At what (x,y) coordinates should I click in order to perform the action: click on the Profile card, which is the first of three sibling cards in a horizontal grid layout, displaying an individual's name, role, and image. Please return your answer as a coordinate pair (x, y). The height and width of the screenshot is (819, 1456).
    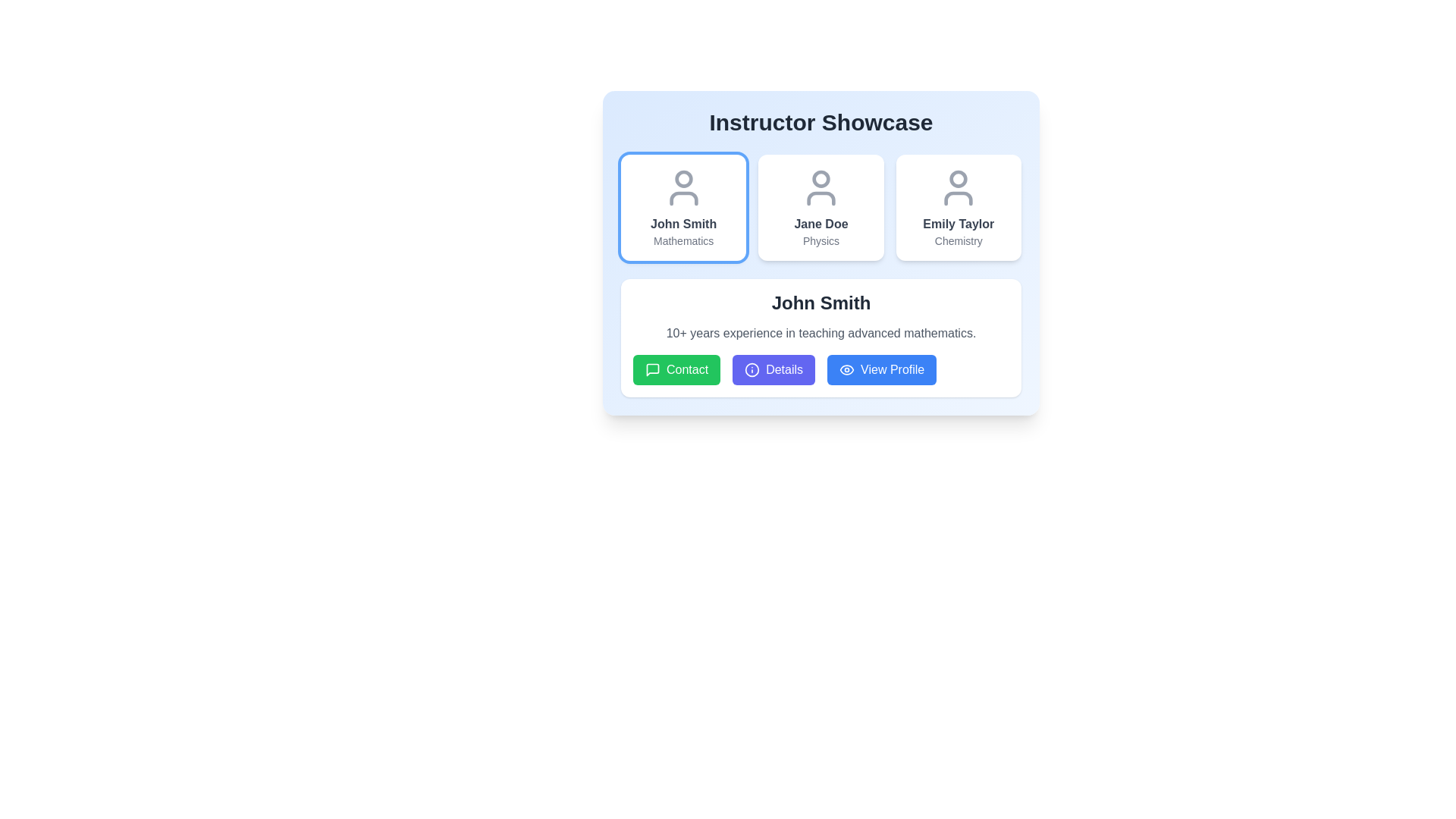
    Looking at the image, I should click on (682, 207).